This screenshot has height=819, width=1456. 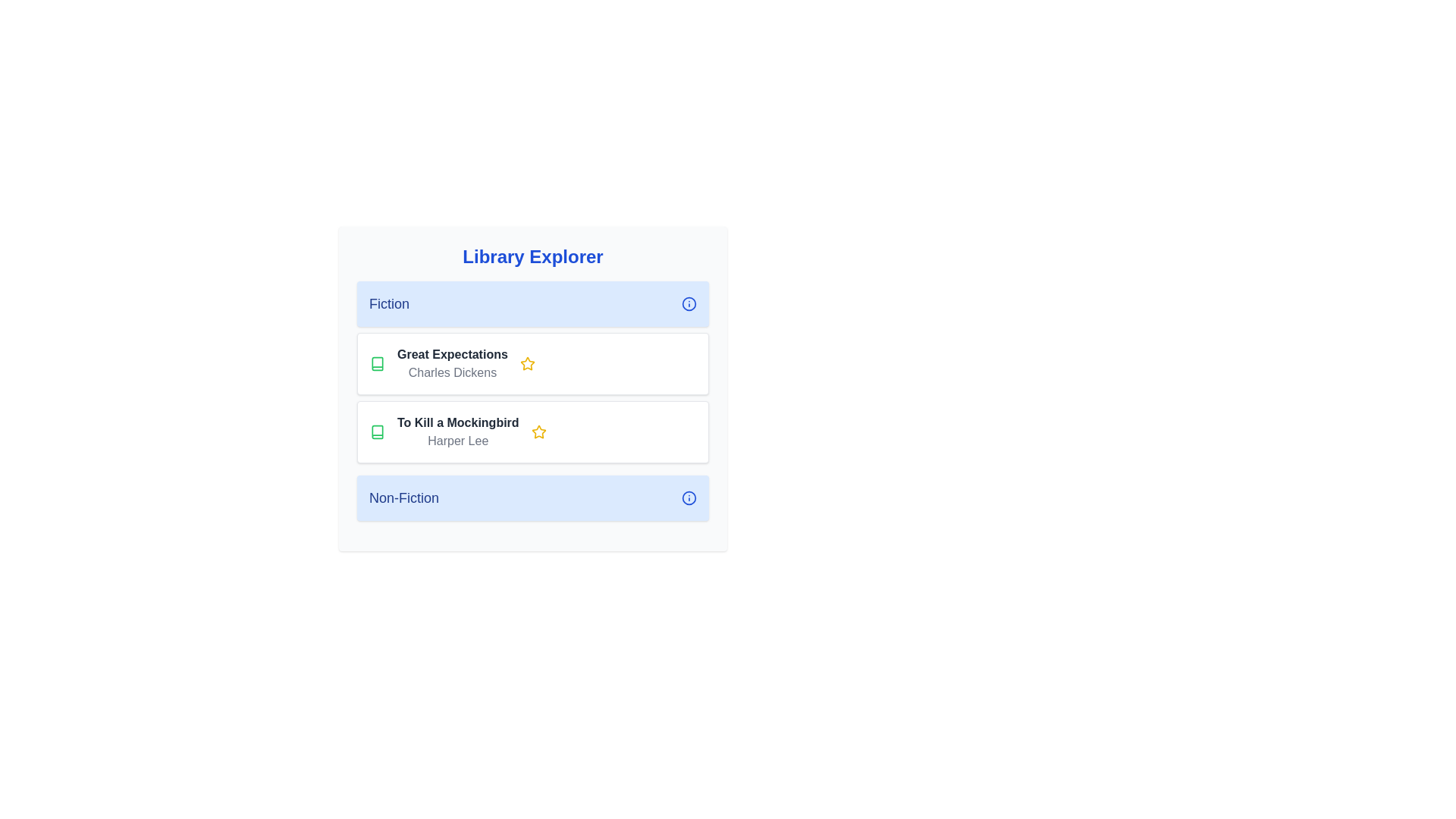 I want to click on the category header Fiction to see the hover effect, so click(x=532, y=304).